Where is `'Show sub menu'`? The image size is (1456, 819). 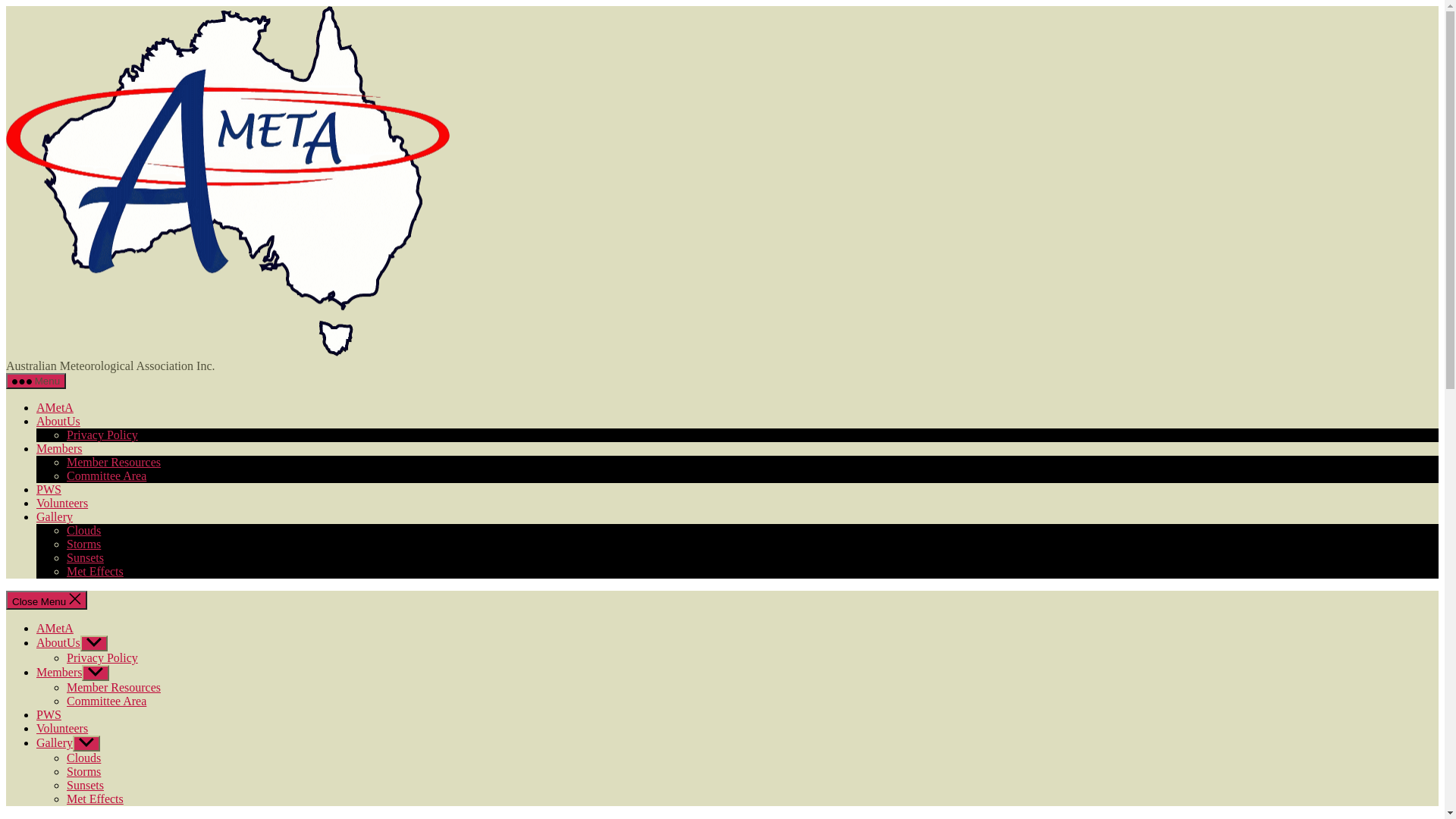
'Show sub menu' is located at coordinates (93, 643).